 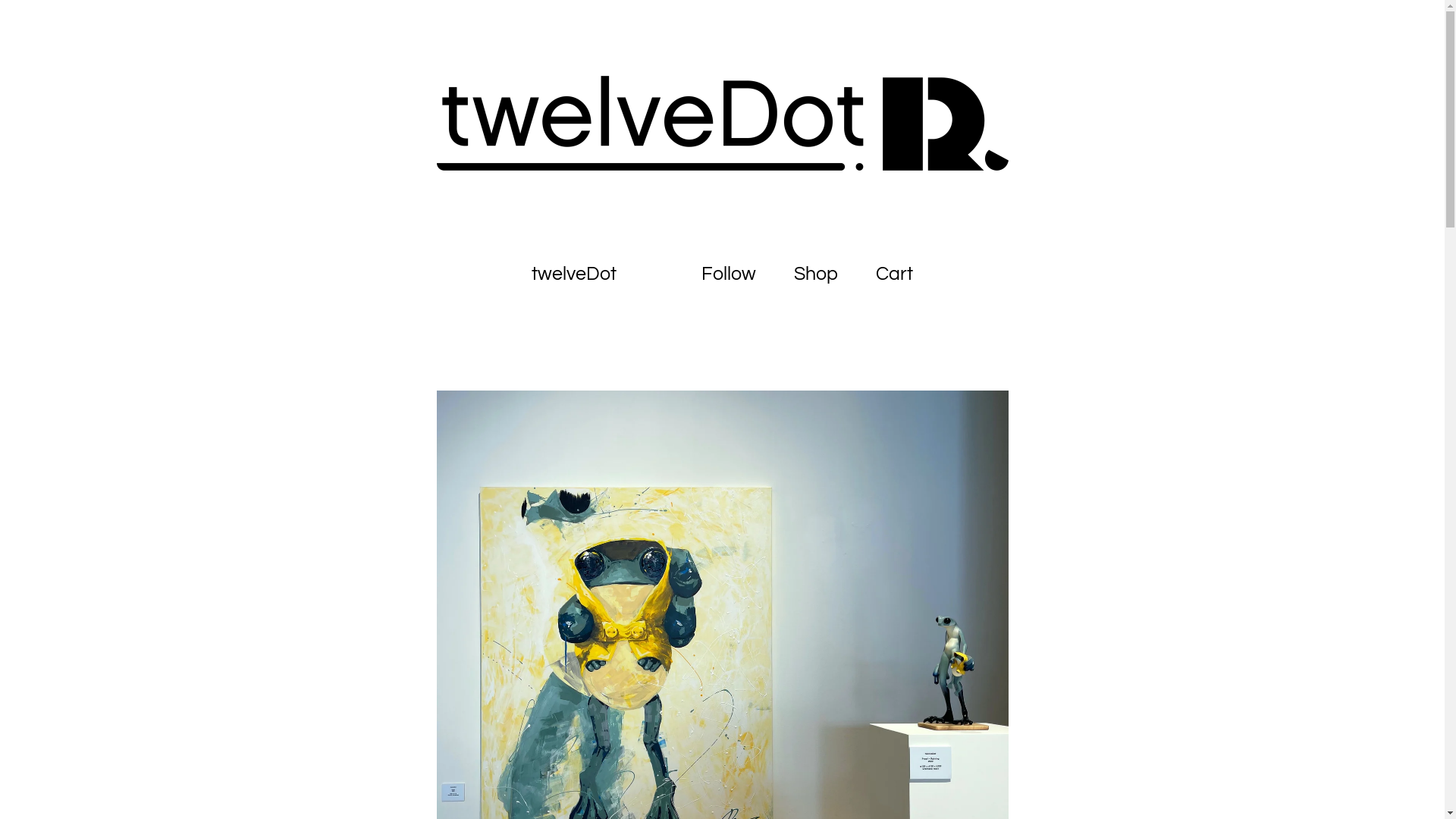 I want to click on 'Shop', so click(x=814, y=274).